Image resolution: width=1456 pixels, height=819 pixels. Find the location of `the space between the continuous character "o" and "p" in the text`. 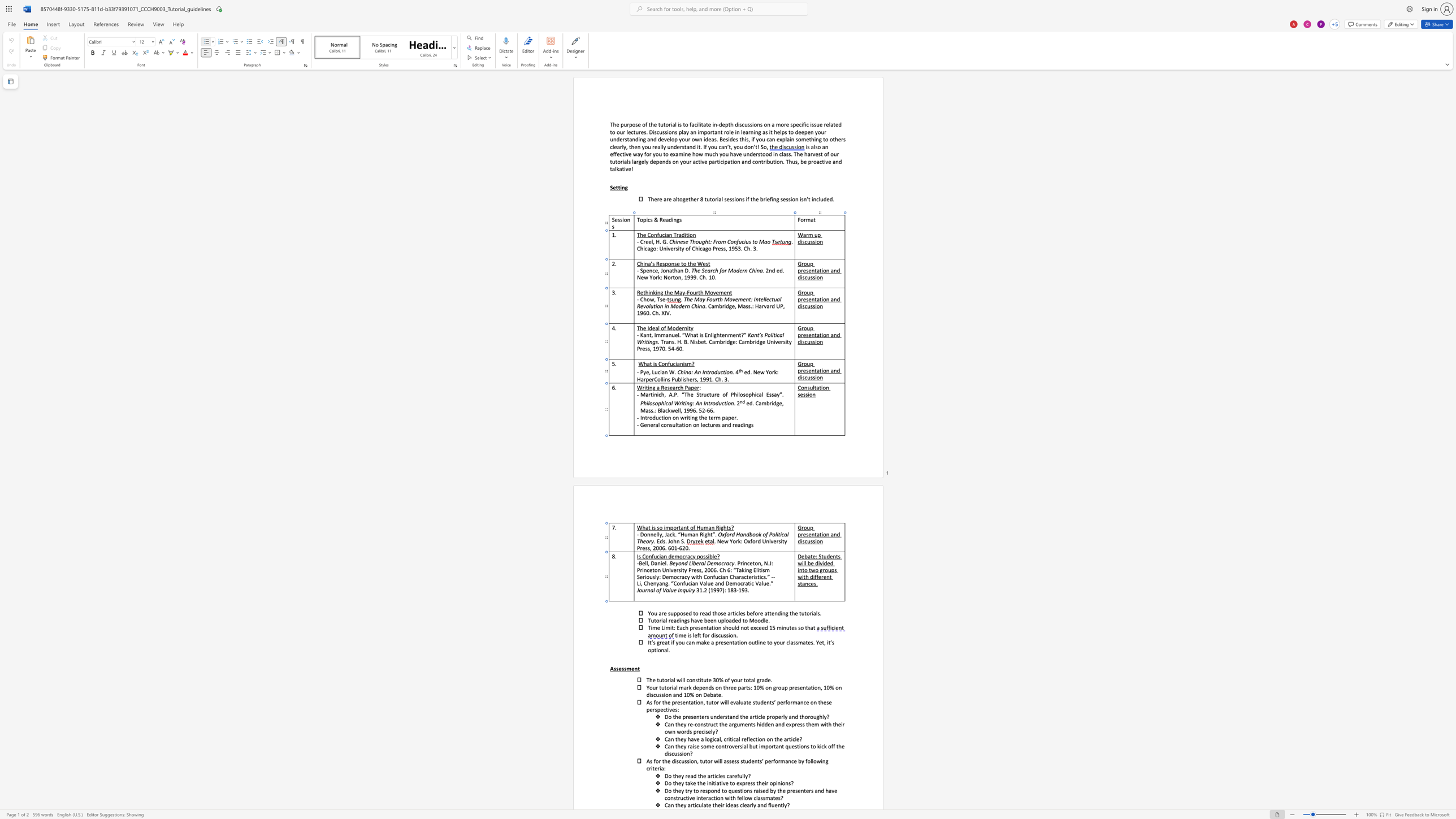

the space between the continuous character "o" and "p" in the text is located at coordinates (772, 783).